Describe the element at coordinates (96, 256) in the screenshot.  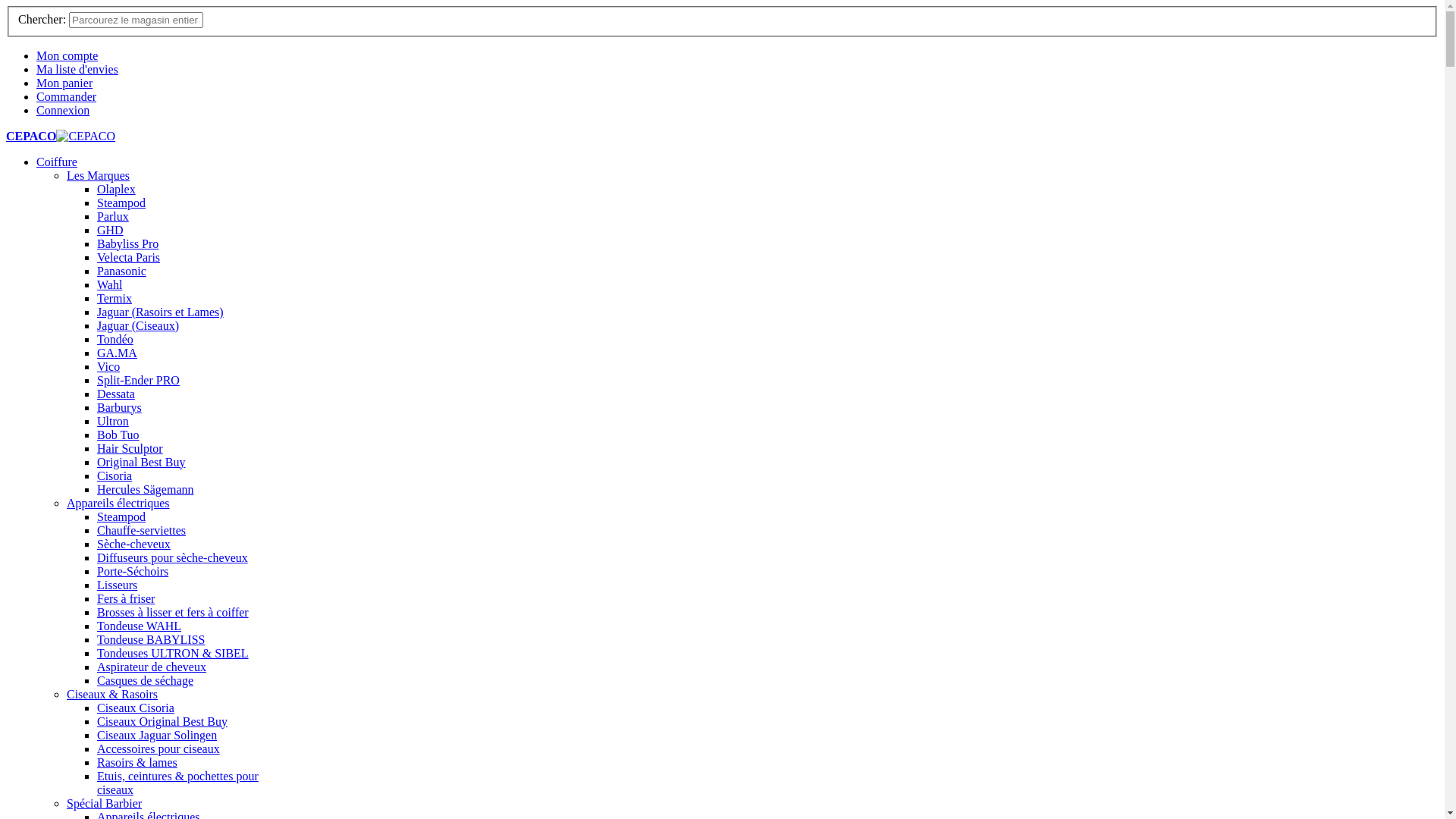
I see `'Velecta Paris'` at that location.